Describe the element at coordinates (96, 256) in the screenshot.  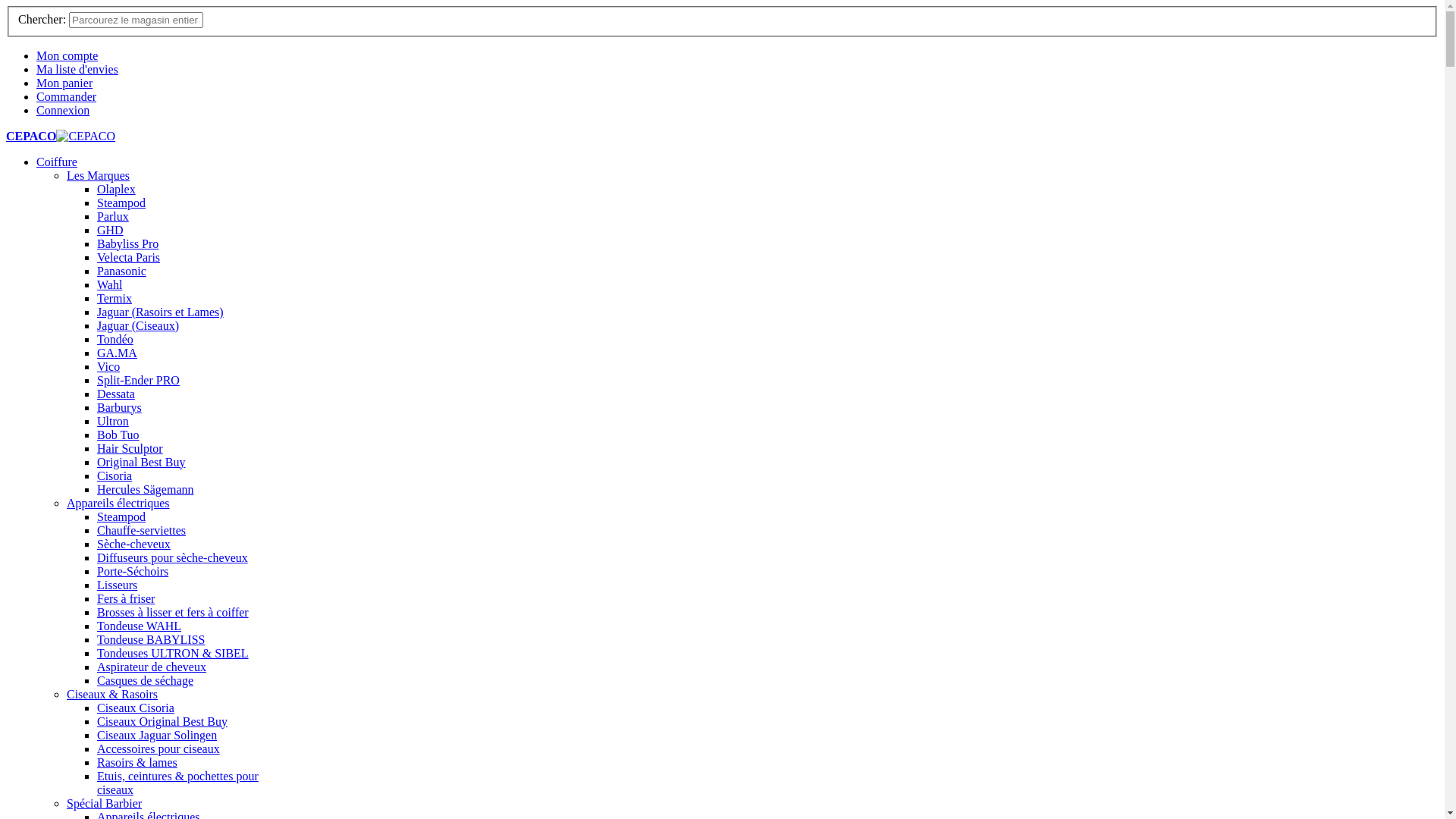
I see `'Velecta Paris'` at that location.